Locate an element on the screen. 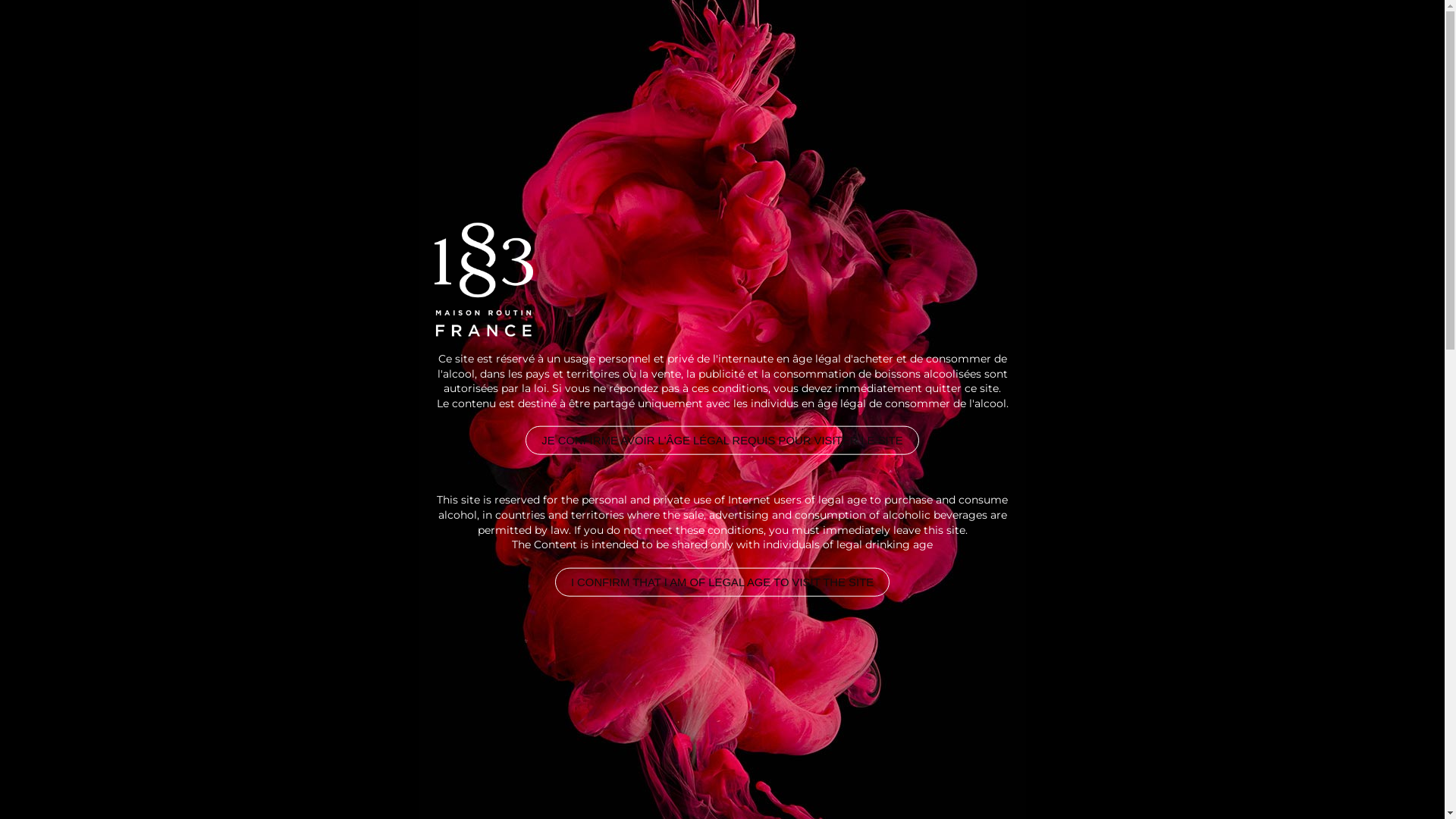  'ACCEPT' is located at coordinates (1388, 786).